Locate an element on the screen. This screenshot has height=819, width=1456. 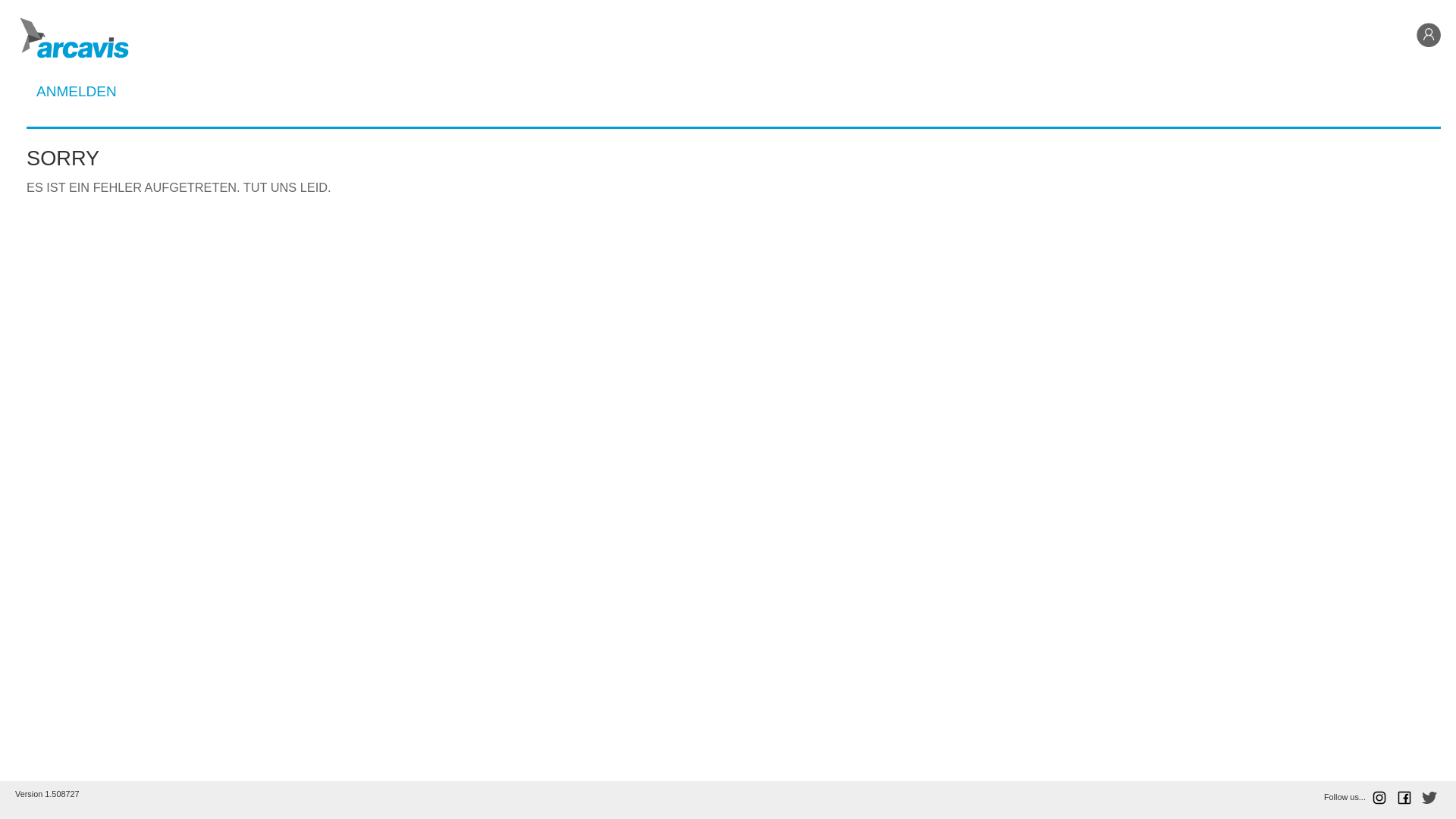
'ANMELDEN' is located at coordinates (75, 91).